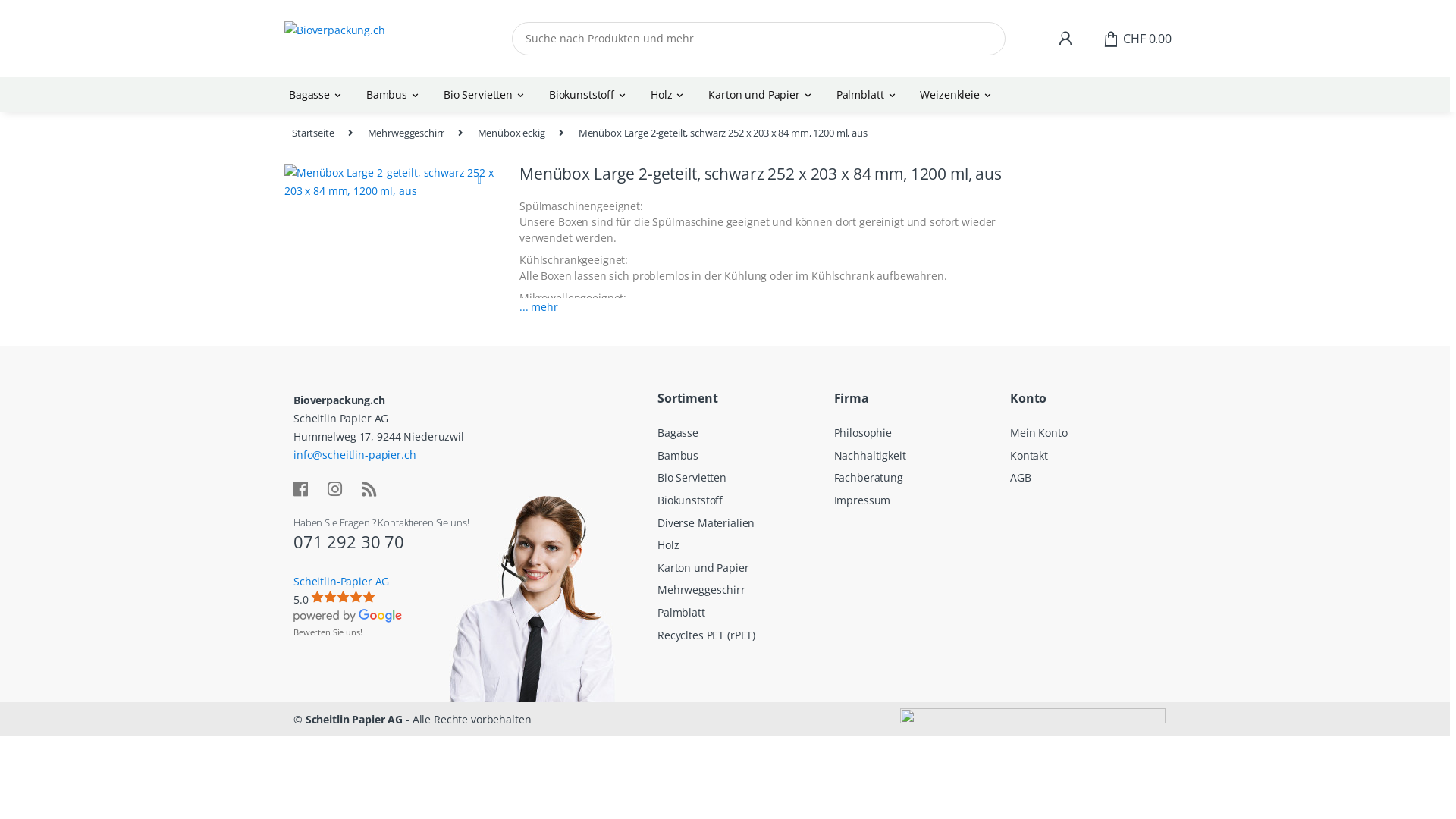 This screenshot has width=1456, height=819. What do you see at coordinates (862, 432) in the screenshot?
I see `'Philosophie'` at bounding box center [862, 432].